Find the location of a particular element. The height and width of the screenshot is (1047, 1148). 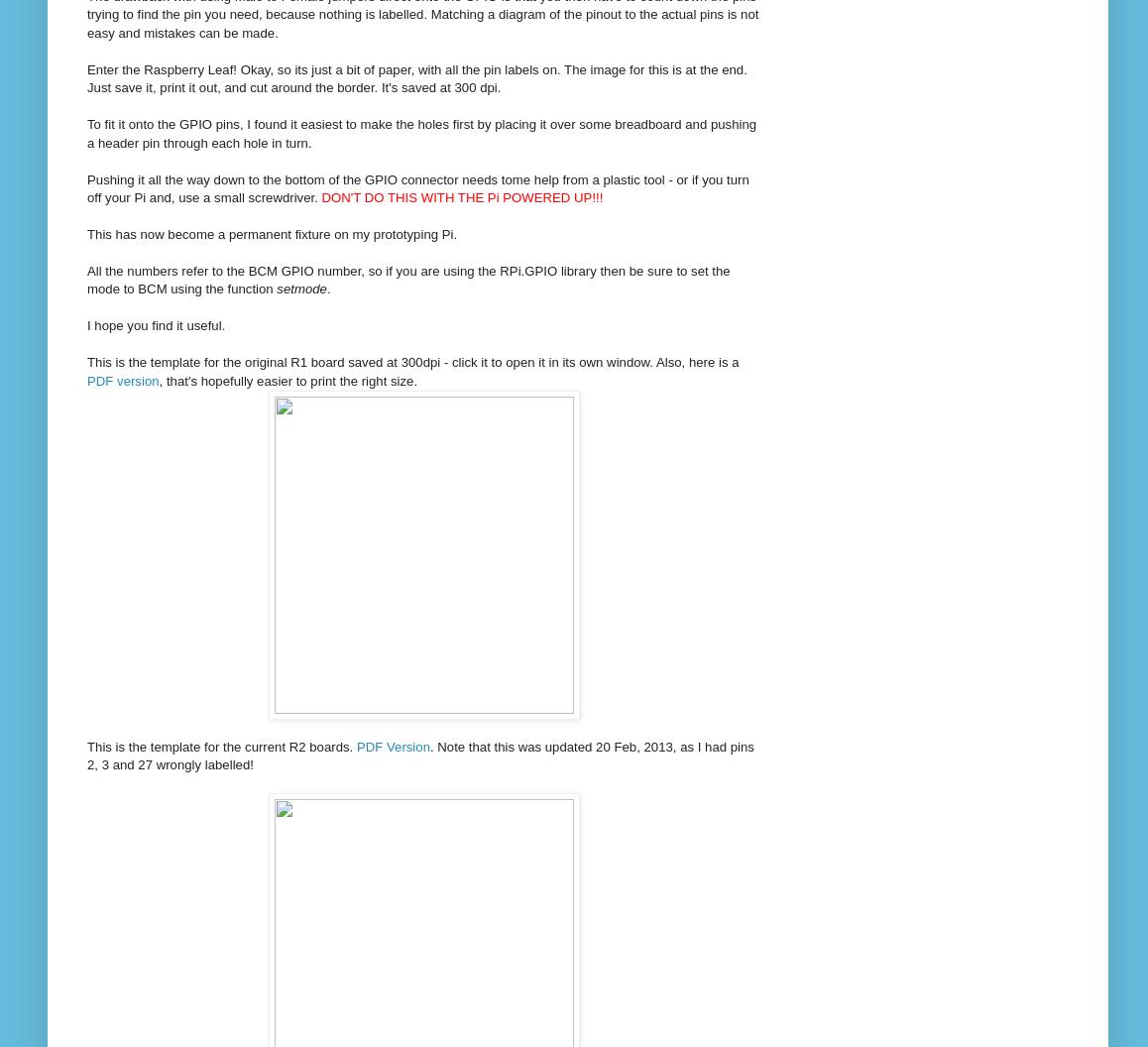

'Enter the Raspberry Leaf! Okay, so its just a bit of paper, with all the pin labels on. The image for this is at the end. Just save it, print it out, and cut around the border. It's saved at 300 dpi.' is located at coordinates (416, 76).